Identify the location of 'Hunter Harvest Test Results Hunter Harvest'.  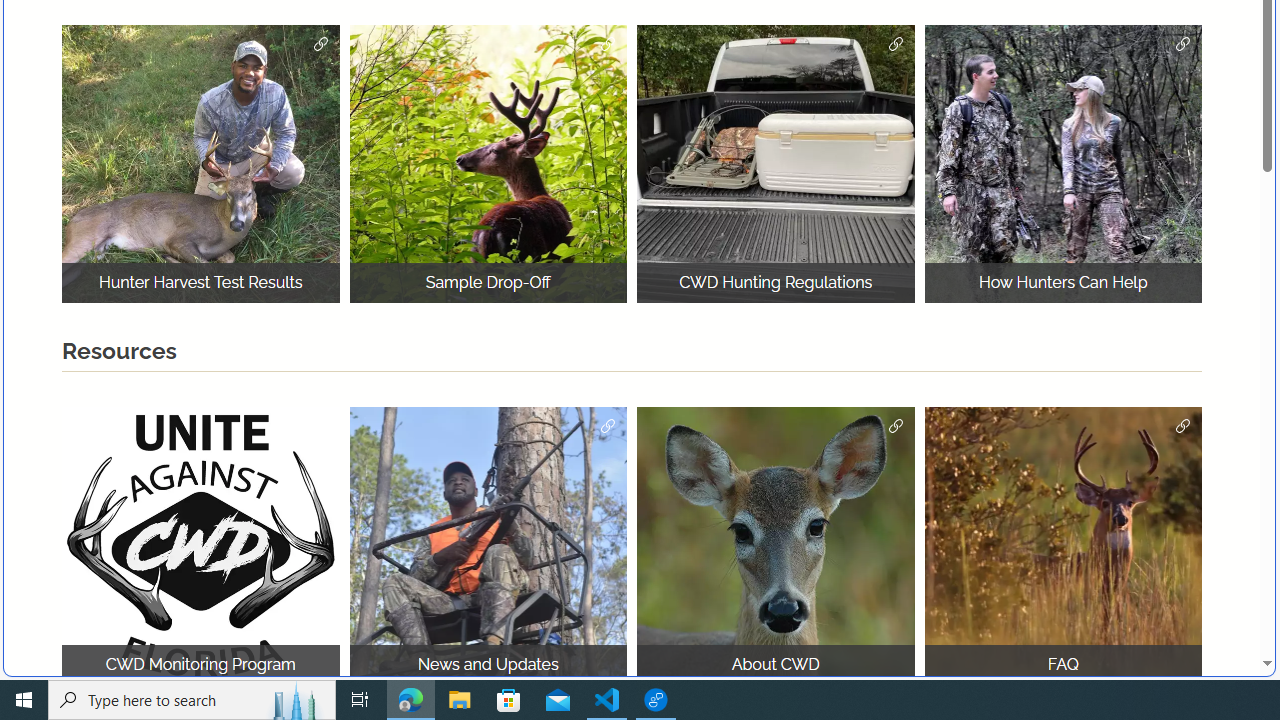
(200, 163).